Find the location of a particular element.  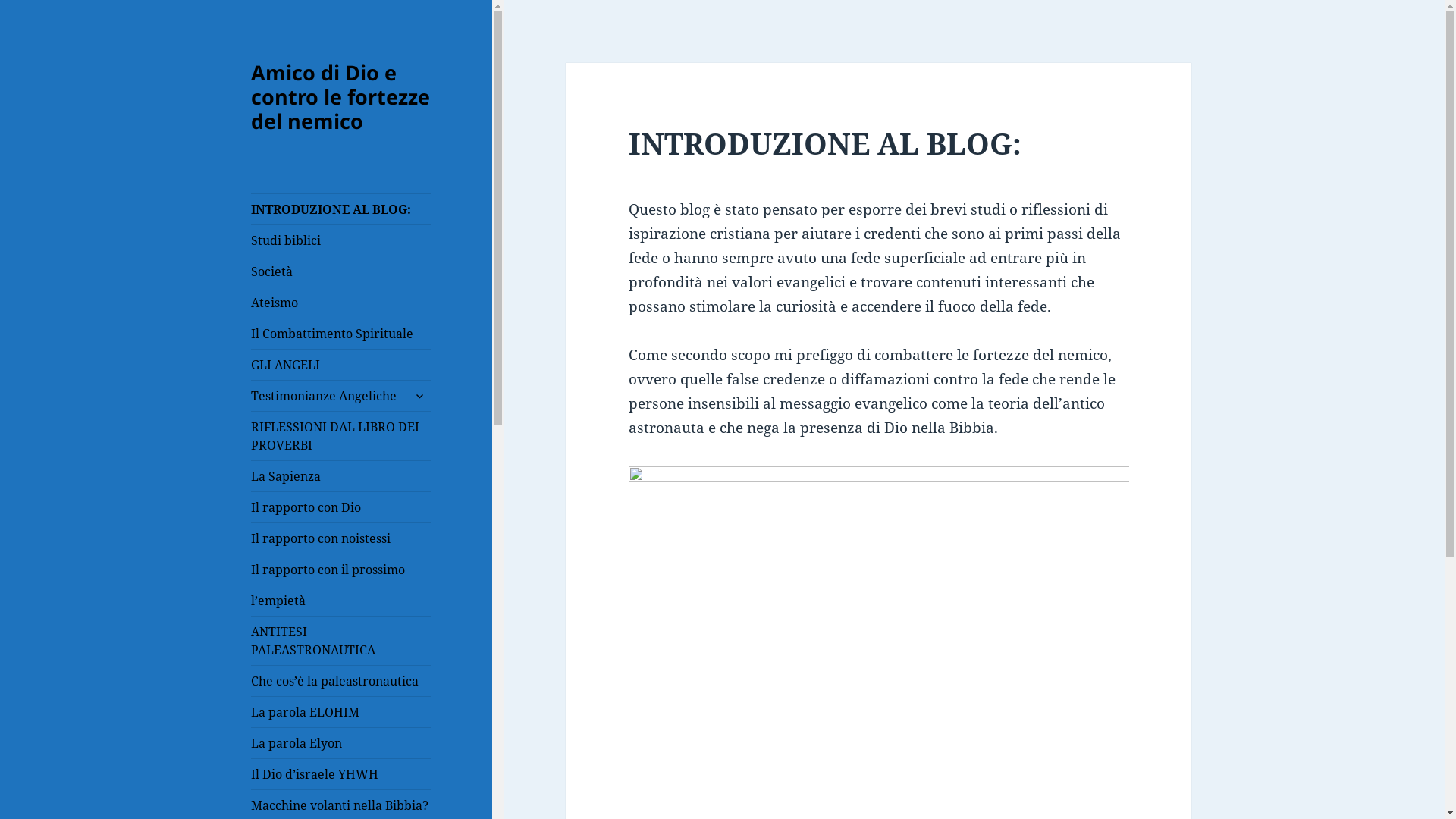

'Il rapporto con il prossimo' is located at coordinates (251, 570).